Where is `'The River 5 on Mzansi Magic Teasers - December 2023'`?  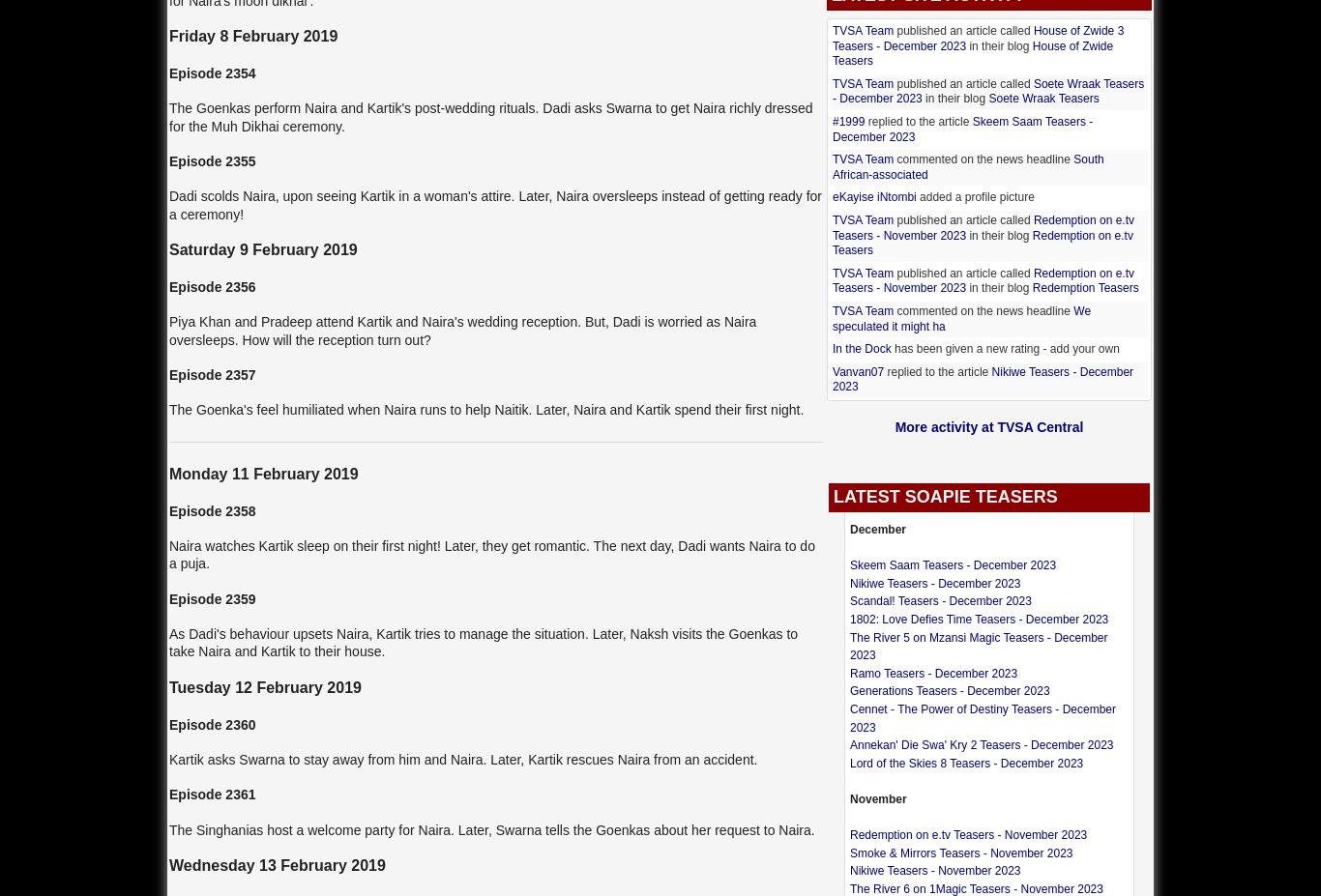 'The River 5 on Mzansi Magic Teasers - December 2023' is located at coordinates (978, 645).